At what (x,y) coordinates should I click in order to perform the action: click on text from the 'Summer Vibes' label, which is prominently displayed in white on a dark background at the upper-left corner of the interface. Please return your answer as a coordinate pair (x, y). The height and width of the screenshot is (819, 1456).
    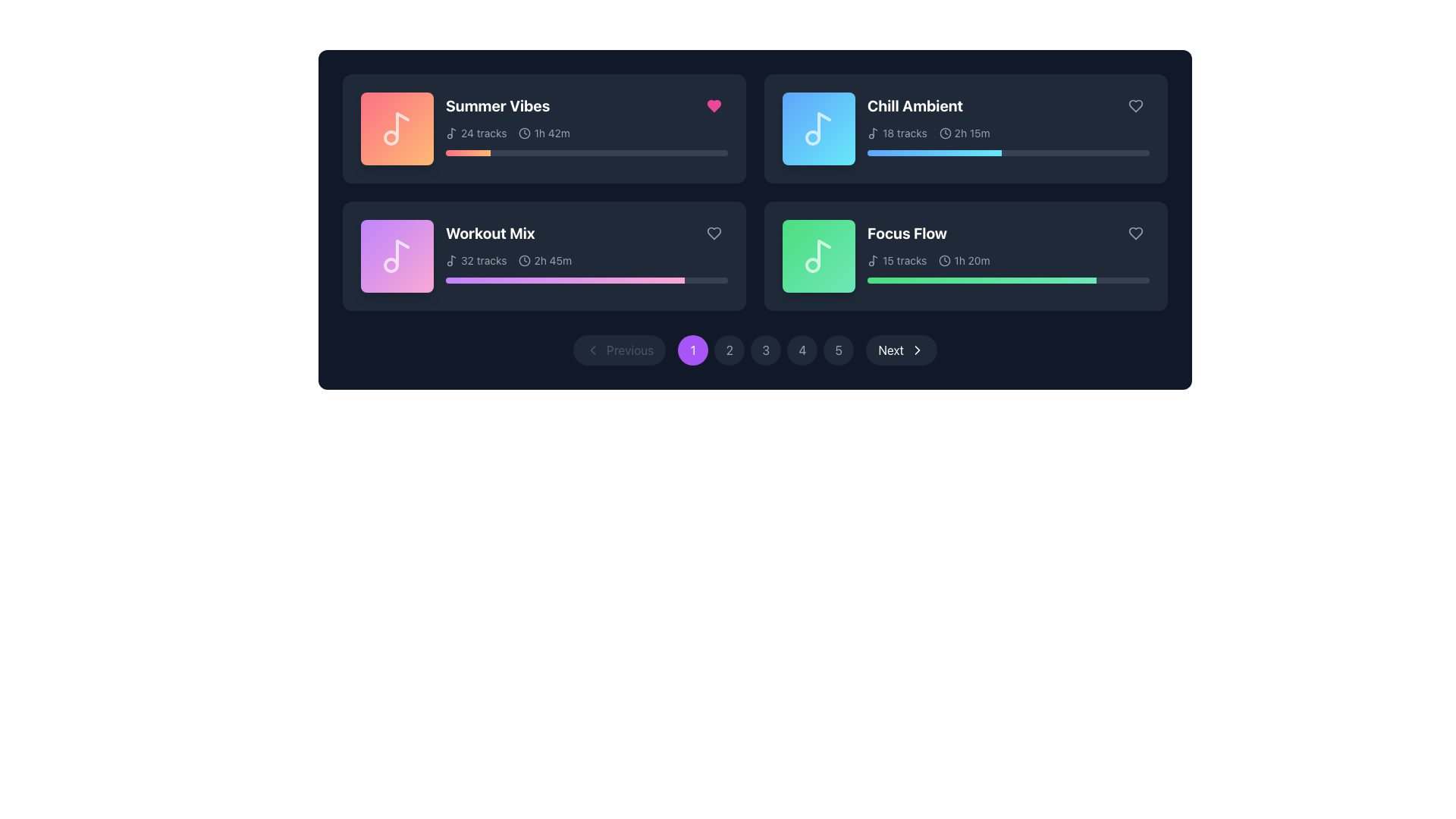
    Looking at the image, I should click on (497, 105).